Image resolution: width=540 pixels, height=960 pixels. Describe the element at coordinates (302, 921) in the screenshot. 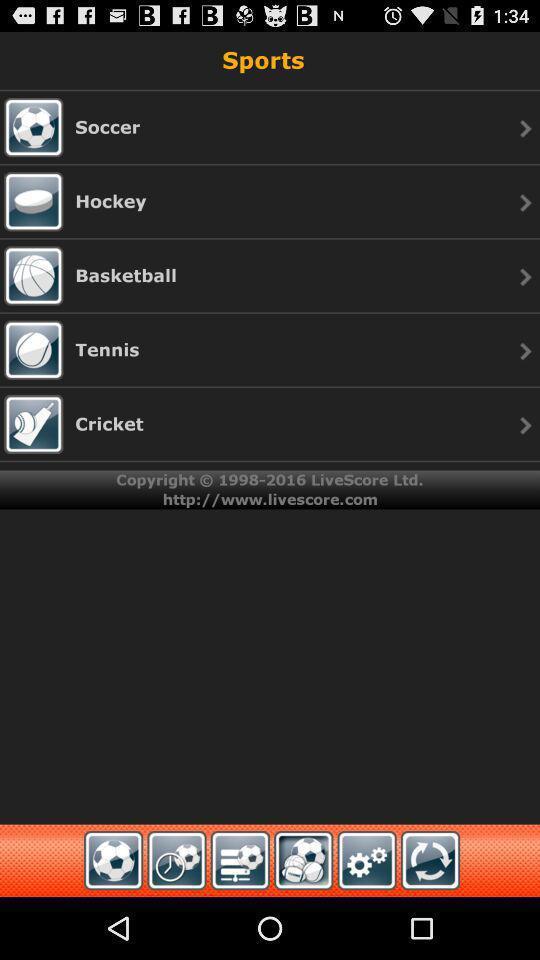

I see `the avatar icon` at that location.